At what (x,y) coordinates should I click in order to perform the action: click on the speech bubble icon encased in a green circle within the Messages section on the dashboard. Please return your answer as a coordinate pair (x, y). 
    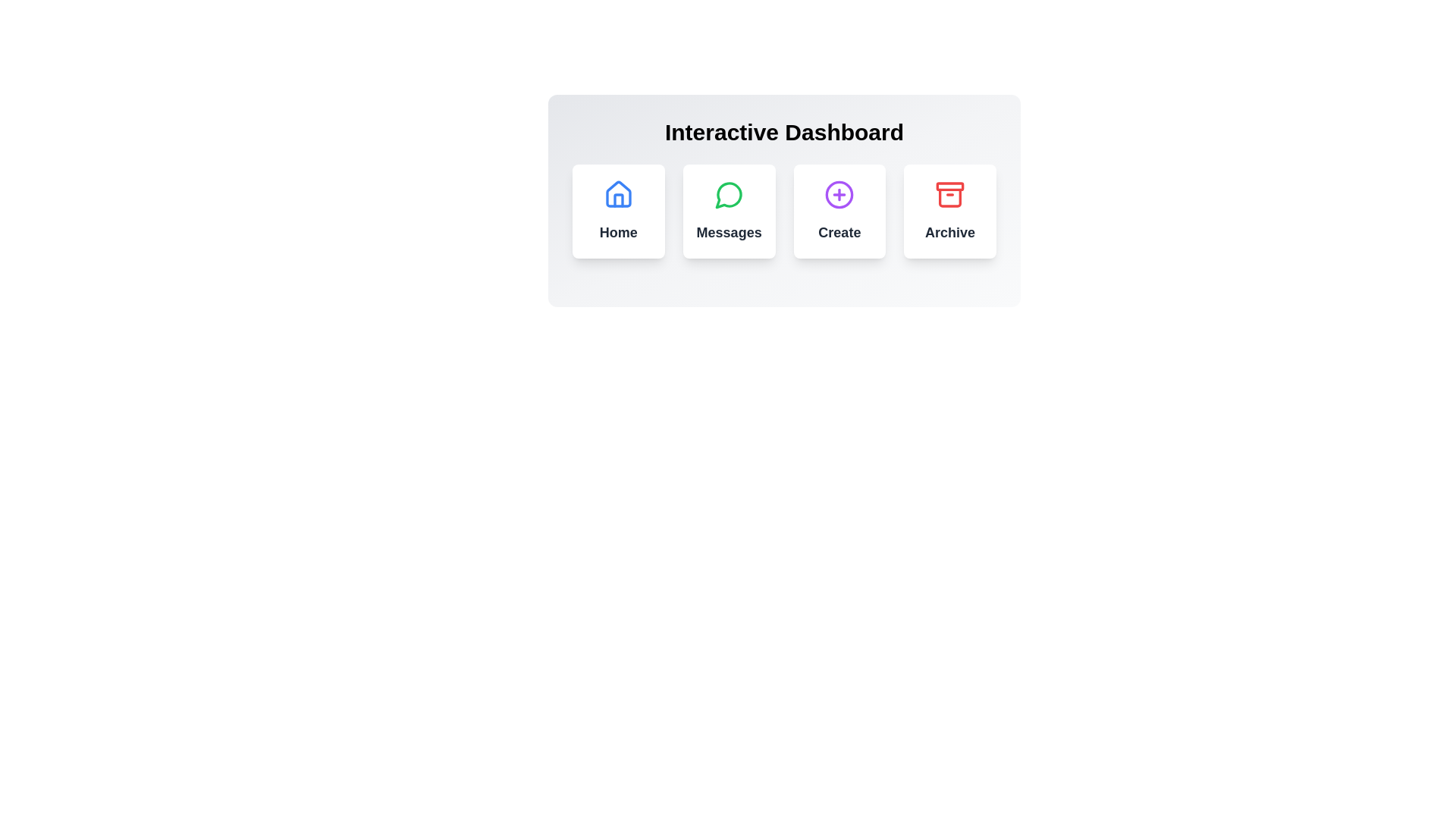
    Looking at the image, I should click on (728, 194).